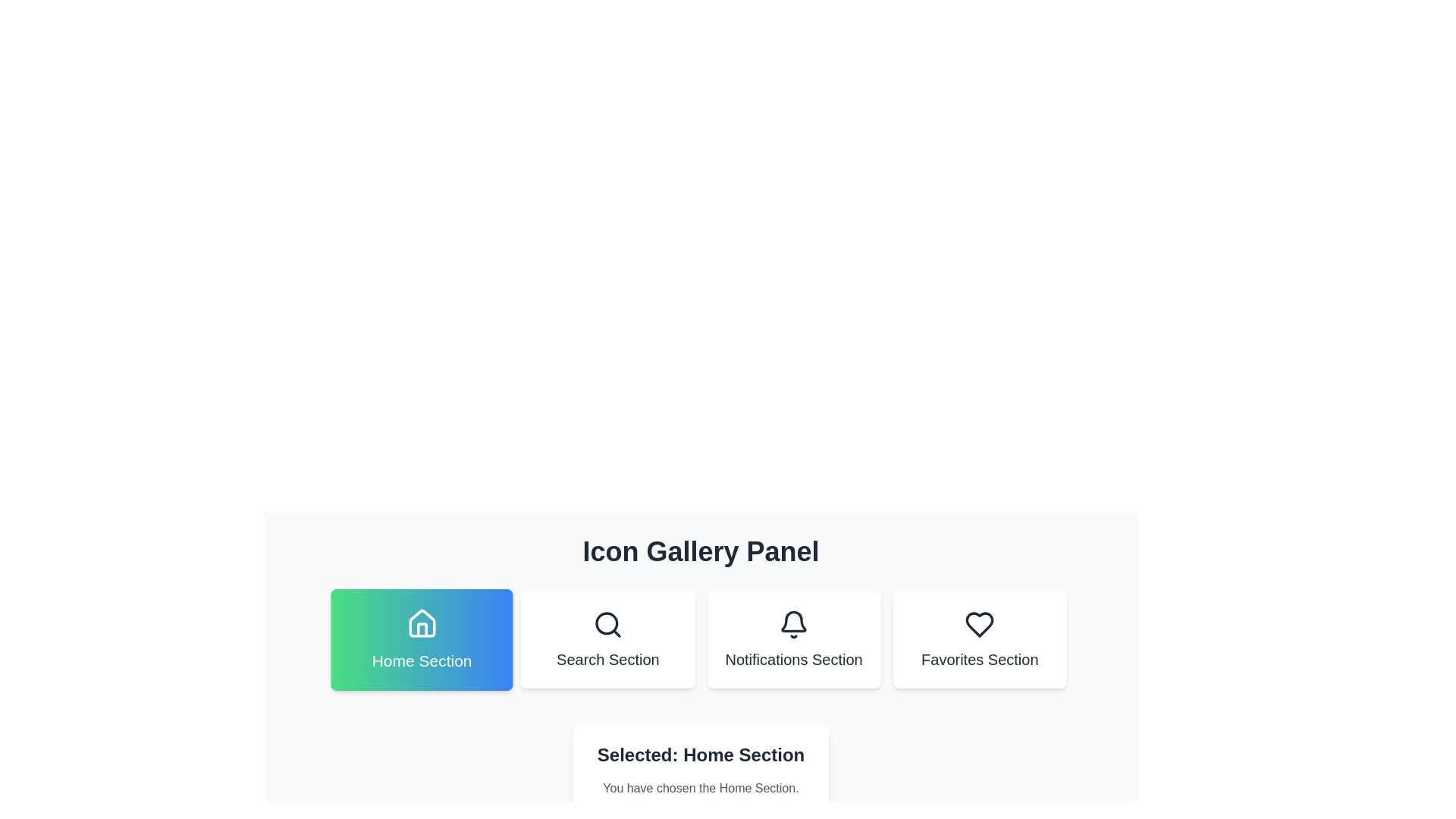 This screenshot has height=819, width=1456. I want to click on the Notifications Section card, which is a white rectangular card with a bell icon and the text 'Notifications Section' below it, positioned between 'Search Section' and 'Favorites Section' in a horizontal grid layout, so click(793, 640).